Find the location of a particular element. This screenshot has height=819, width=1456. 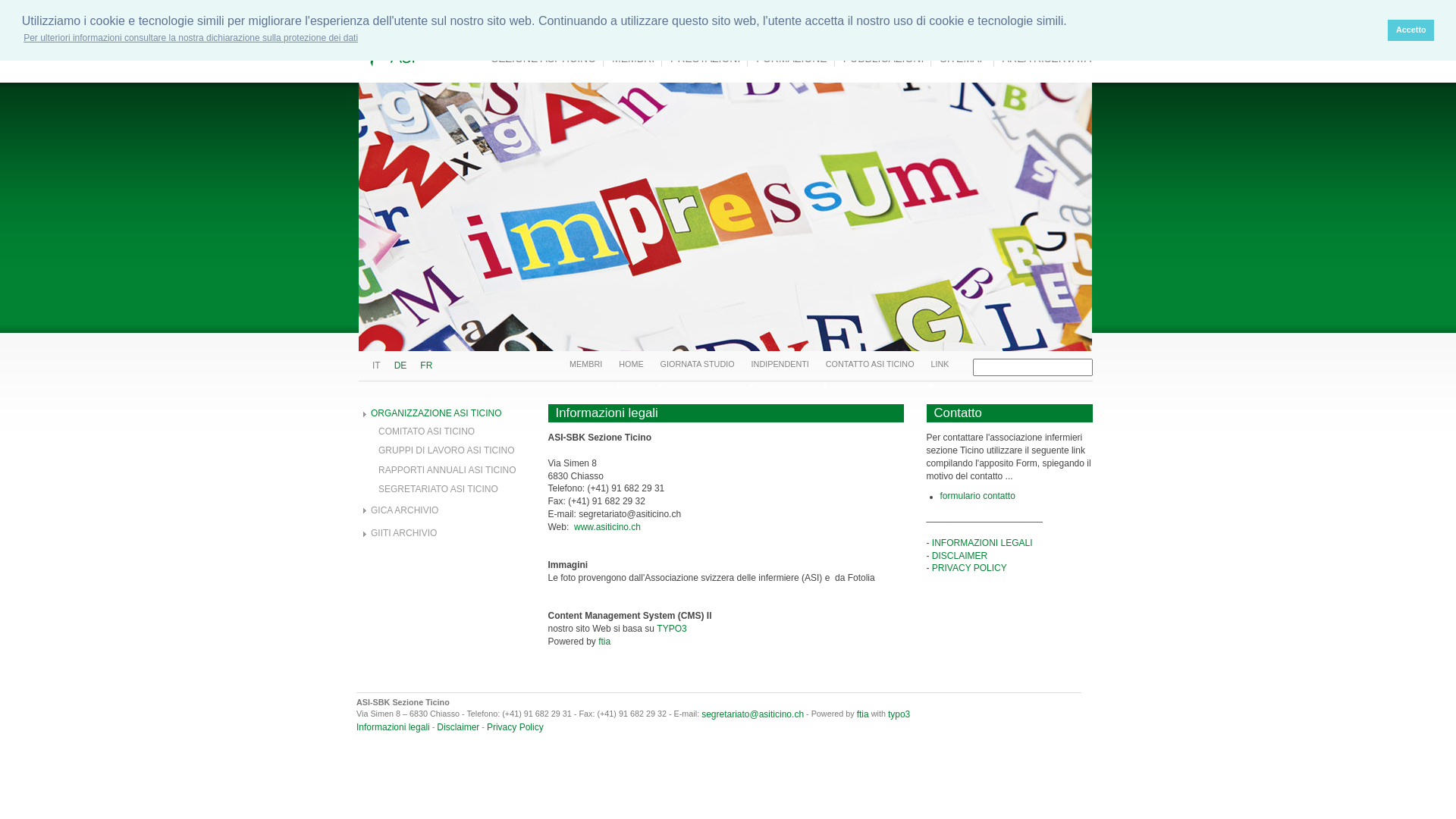

'INFORMAZIONI LEGALI' is located at coordinates (930, 542).